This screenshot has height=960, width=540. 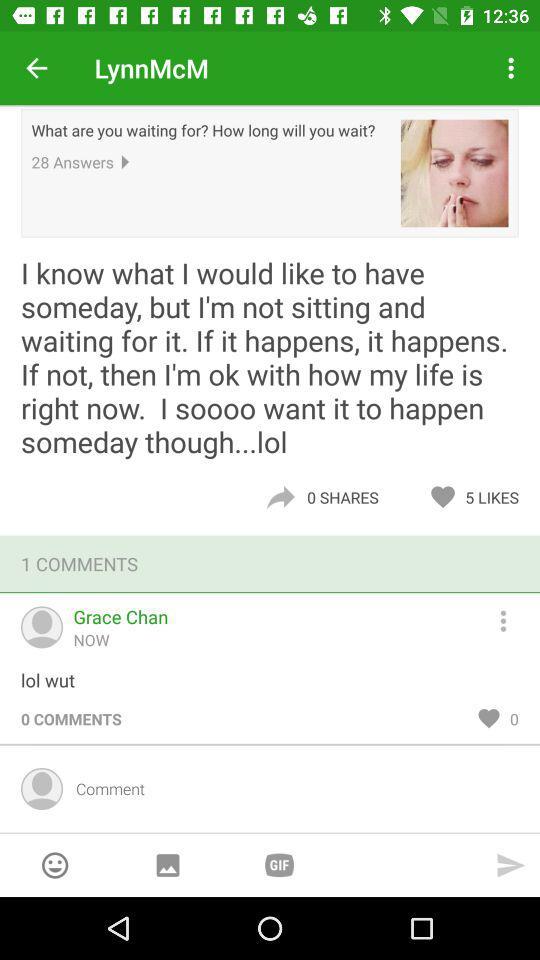 I want to click on 5 likes icon, so click(x=496, y=496).